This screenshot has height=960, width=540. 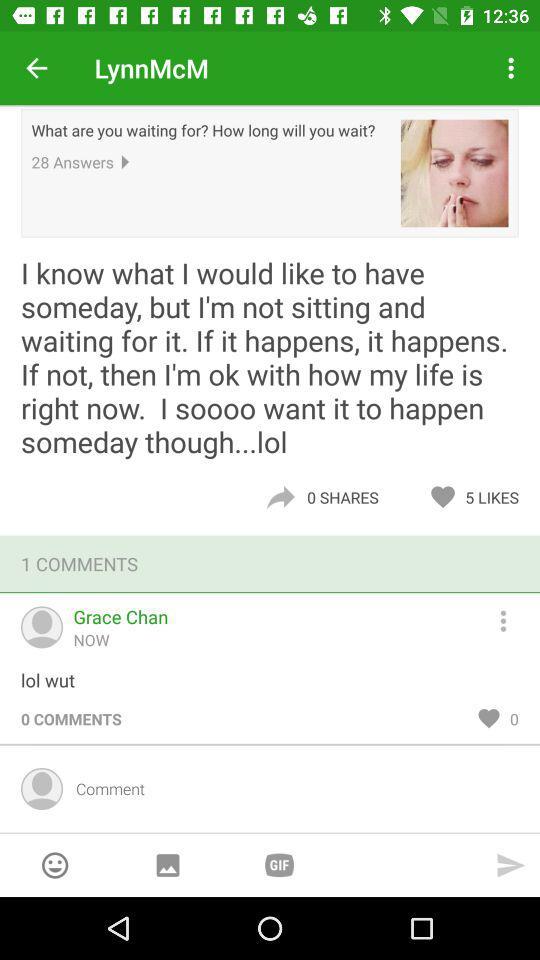 I want to click on 5 likes icon, so click(x=496, y=496).